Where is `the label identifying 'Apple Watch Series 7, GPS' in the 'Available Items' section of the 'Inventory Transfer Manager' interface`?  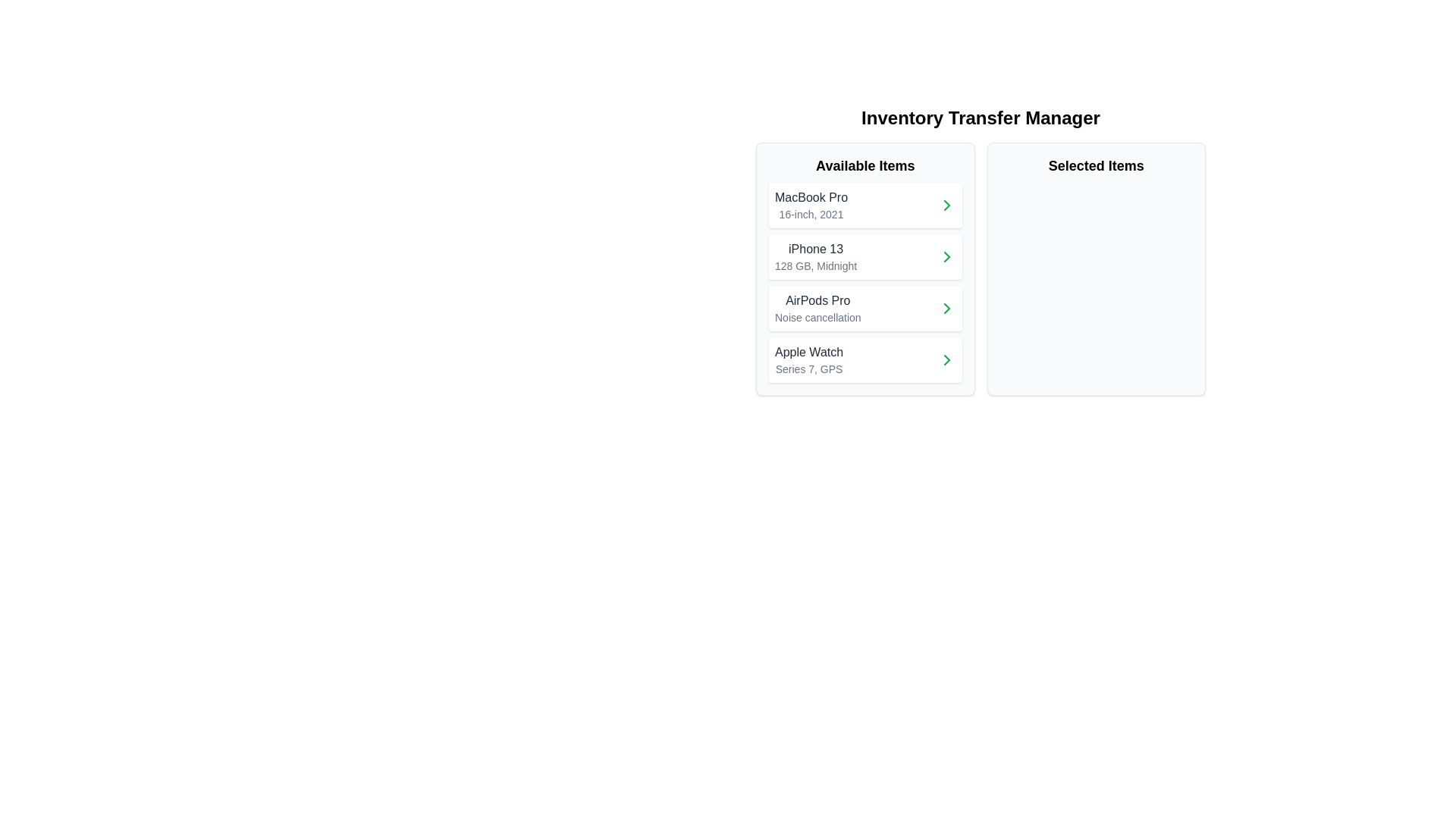 the label identifying 'Apple Watch Series 7, GPS' in the 'Available Items' section of the 'Inventory Transfer Manager' interface is located at coordinates (808, 359).